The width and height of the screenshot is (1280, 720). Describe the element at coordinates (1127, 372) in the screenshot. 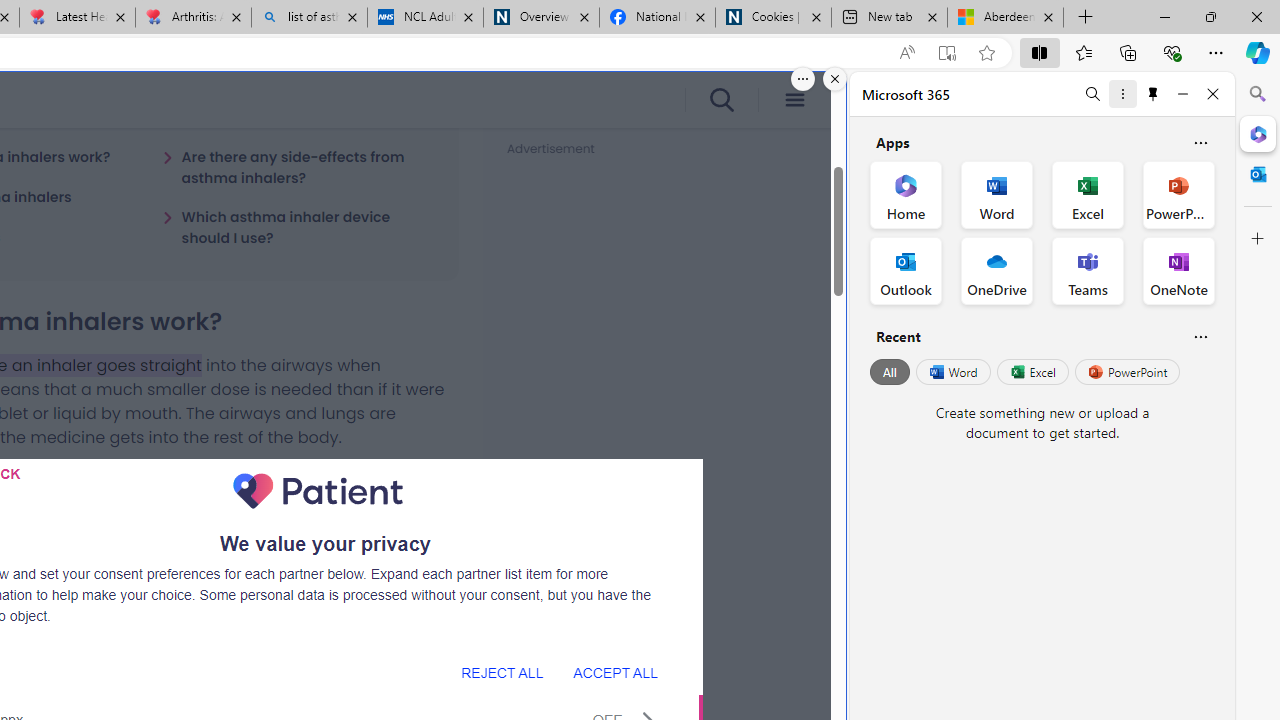

I see `'PowerPoint'` at that location.